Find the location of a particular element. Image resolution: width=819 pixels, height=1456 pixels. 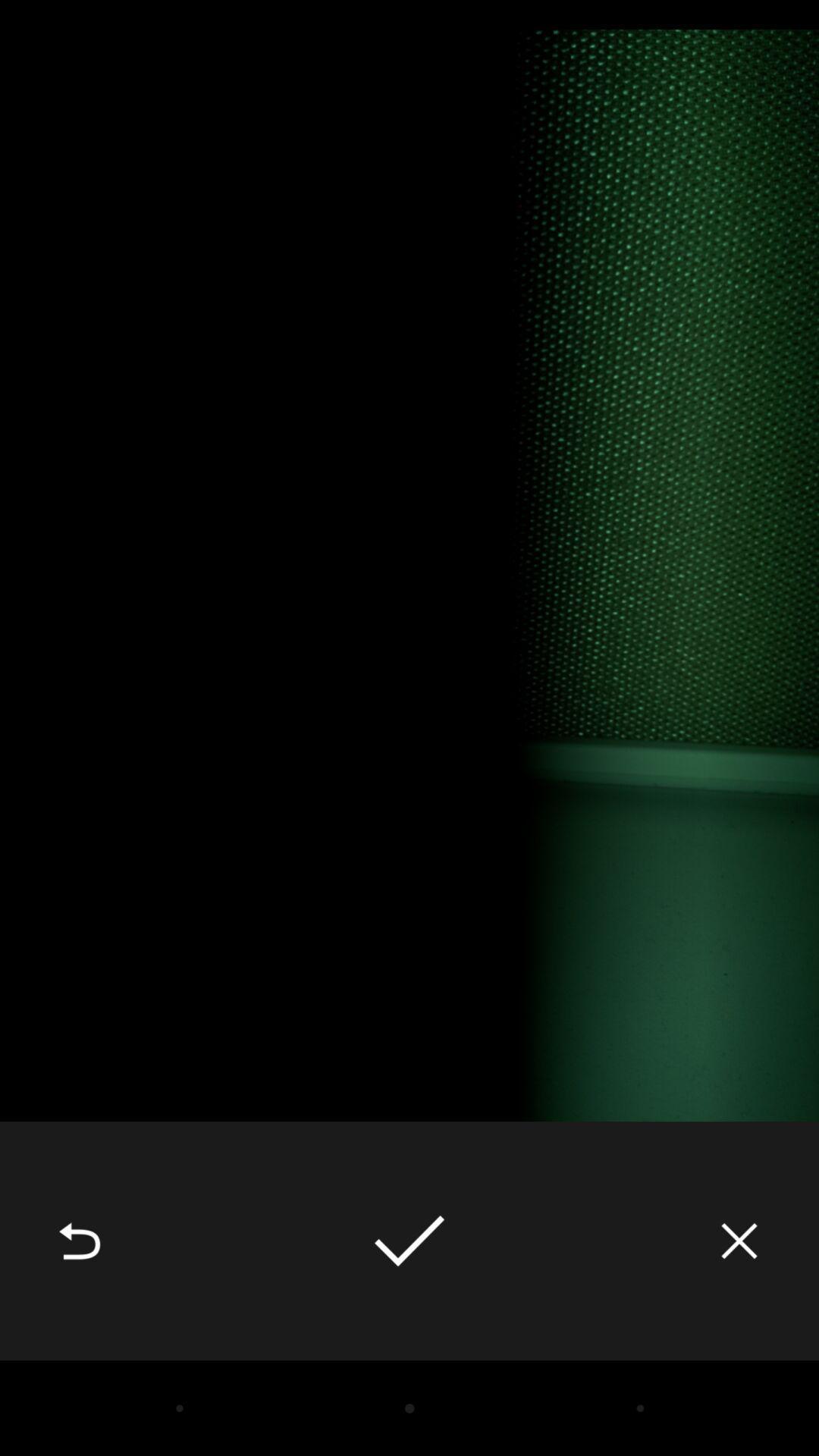

item at the bottom left corner is located at coordinates (79, 1241).